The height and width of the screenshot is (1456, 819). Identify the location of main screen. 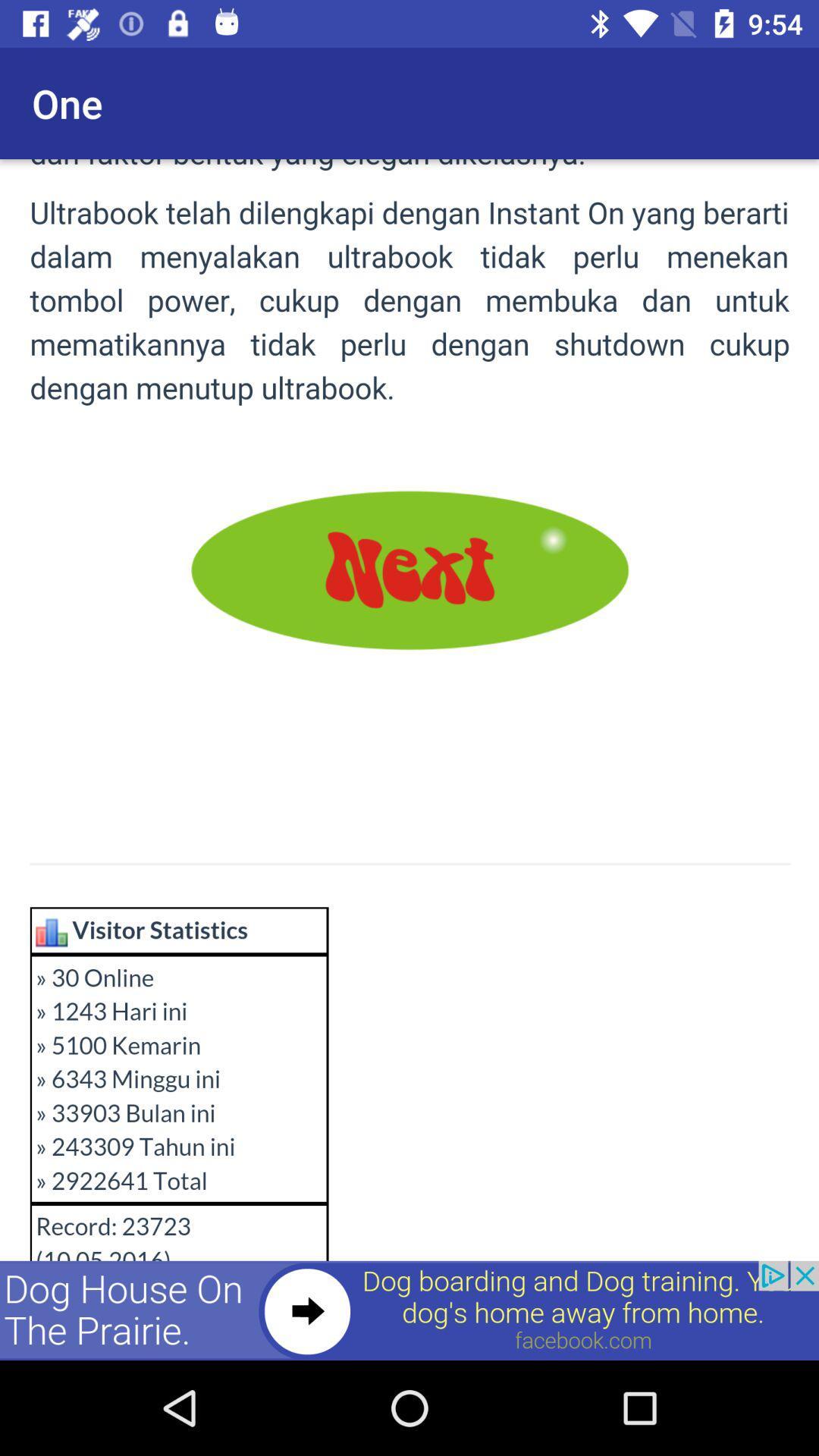
(409, 760).